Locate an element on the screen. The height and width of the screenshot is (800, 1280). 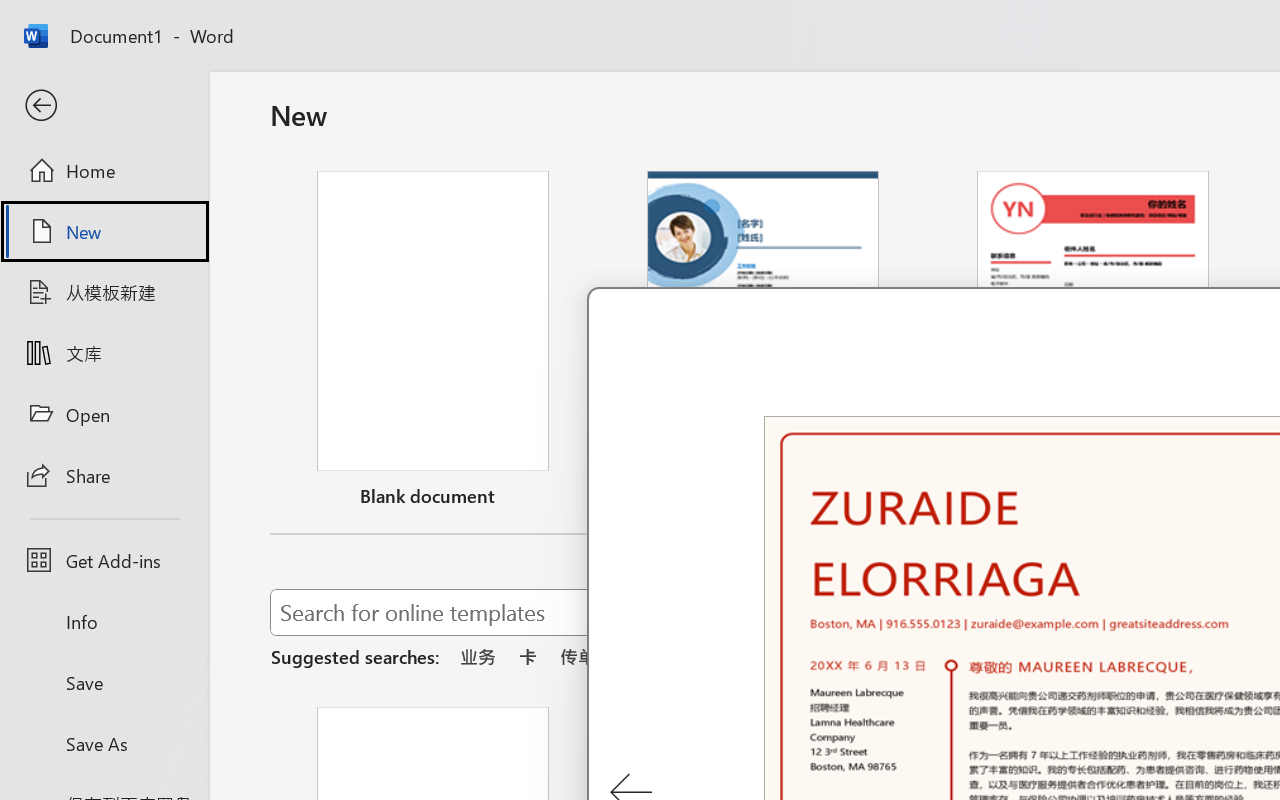
'New' is located at coordinates (103, 231).